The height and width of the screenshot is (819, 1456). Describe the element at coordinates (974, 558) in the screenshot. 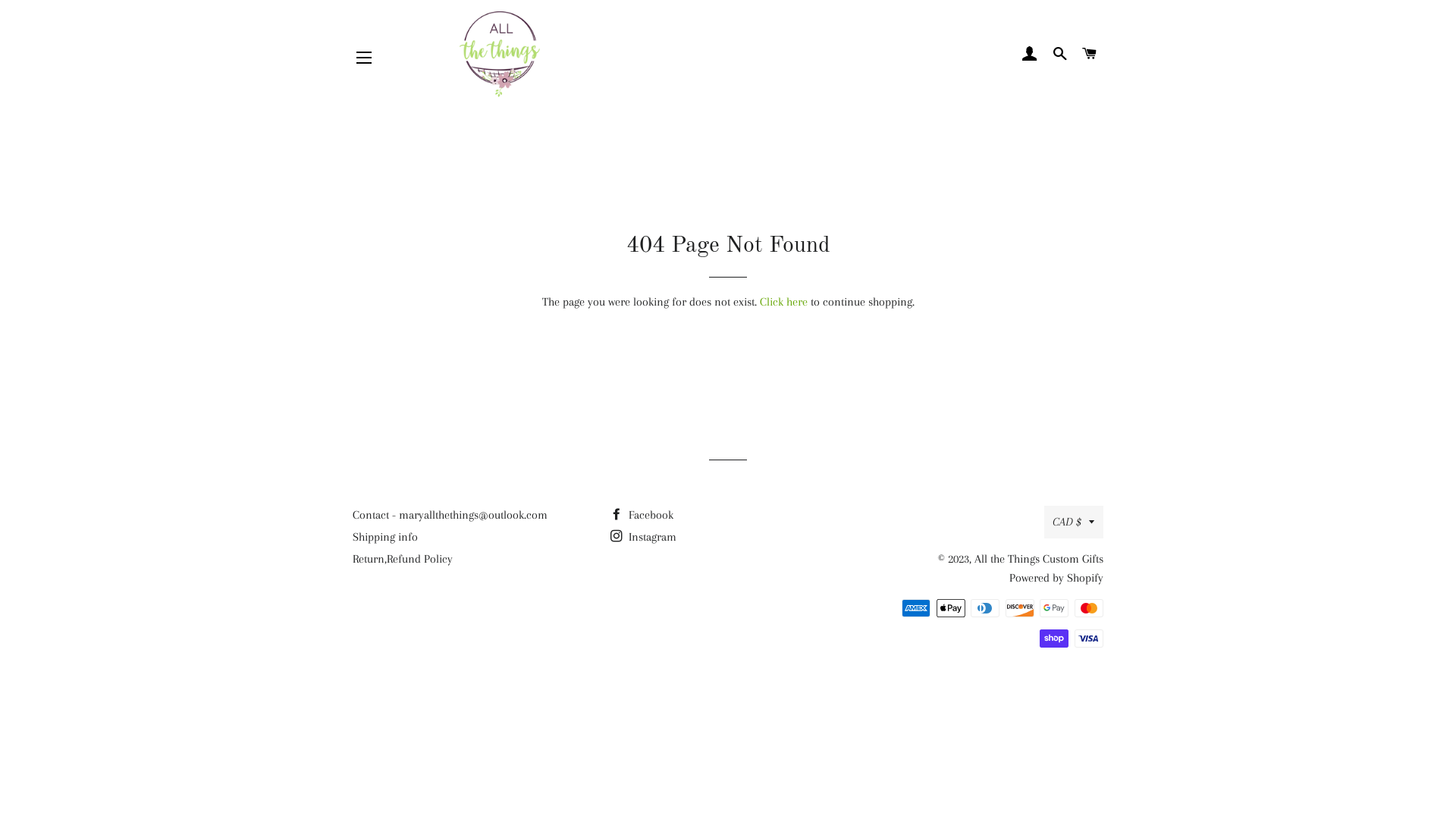

I see `'All the Things Custom Gifts'` at that location.